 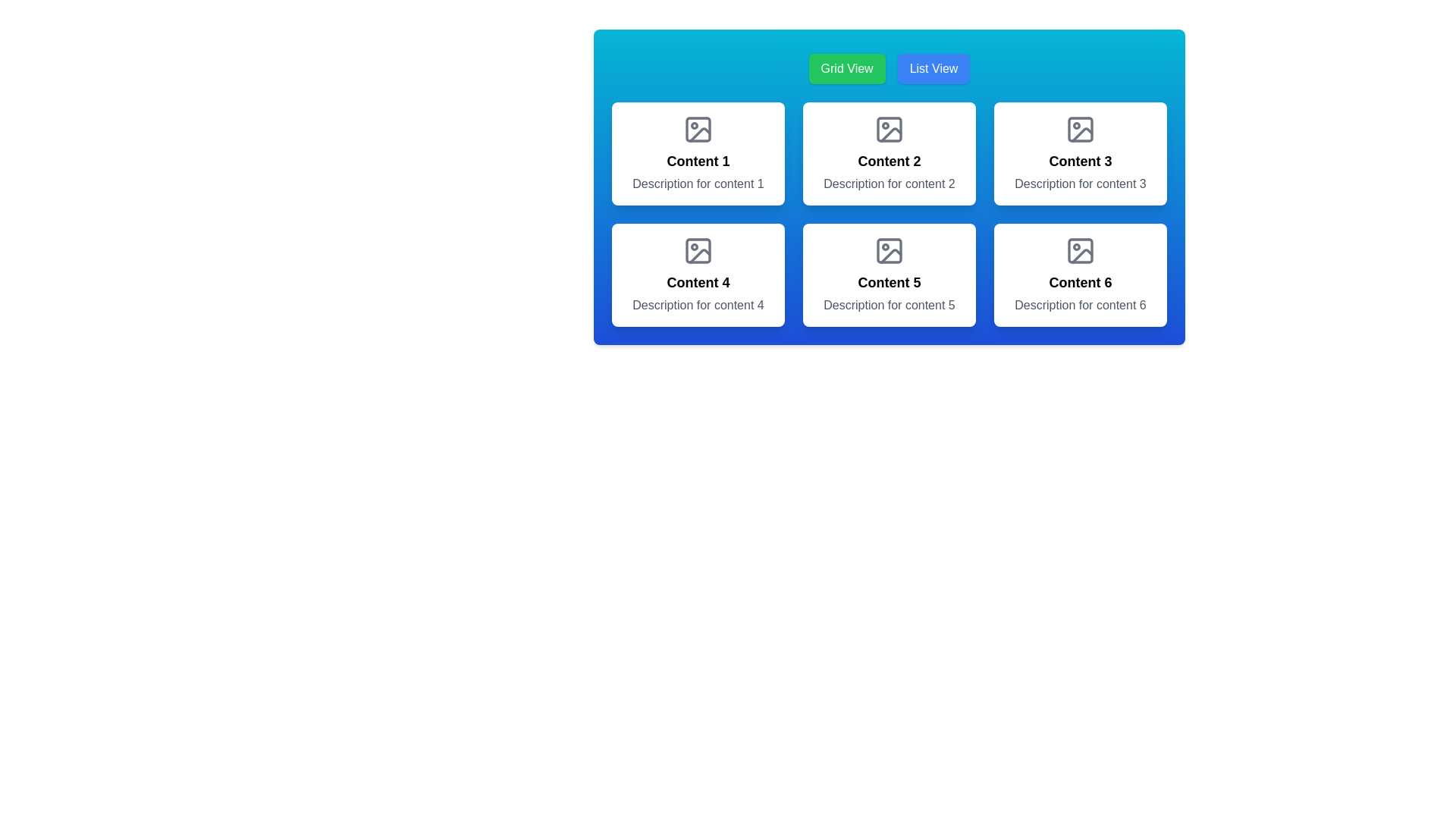 I want to click on text content of the label that says 'Content 4', which is styled in a larger, bold font and located within the bottom-left card of a 2x3 grid layout on a blue background, so click(x=698, y=283).